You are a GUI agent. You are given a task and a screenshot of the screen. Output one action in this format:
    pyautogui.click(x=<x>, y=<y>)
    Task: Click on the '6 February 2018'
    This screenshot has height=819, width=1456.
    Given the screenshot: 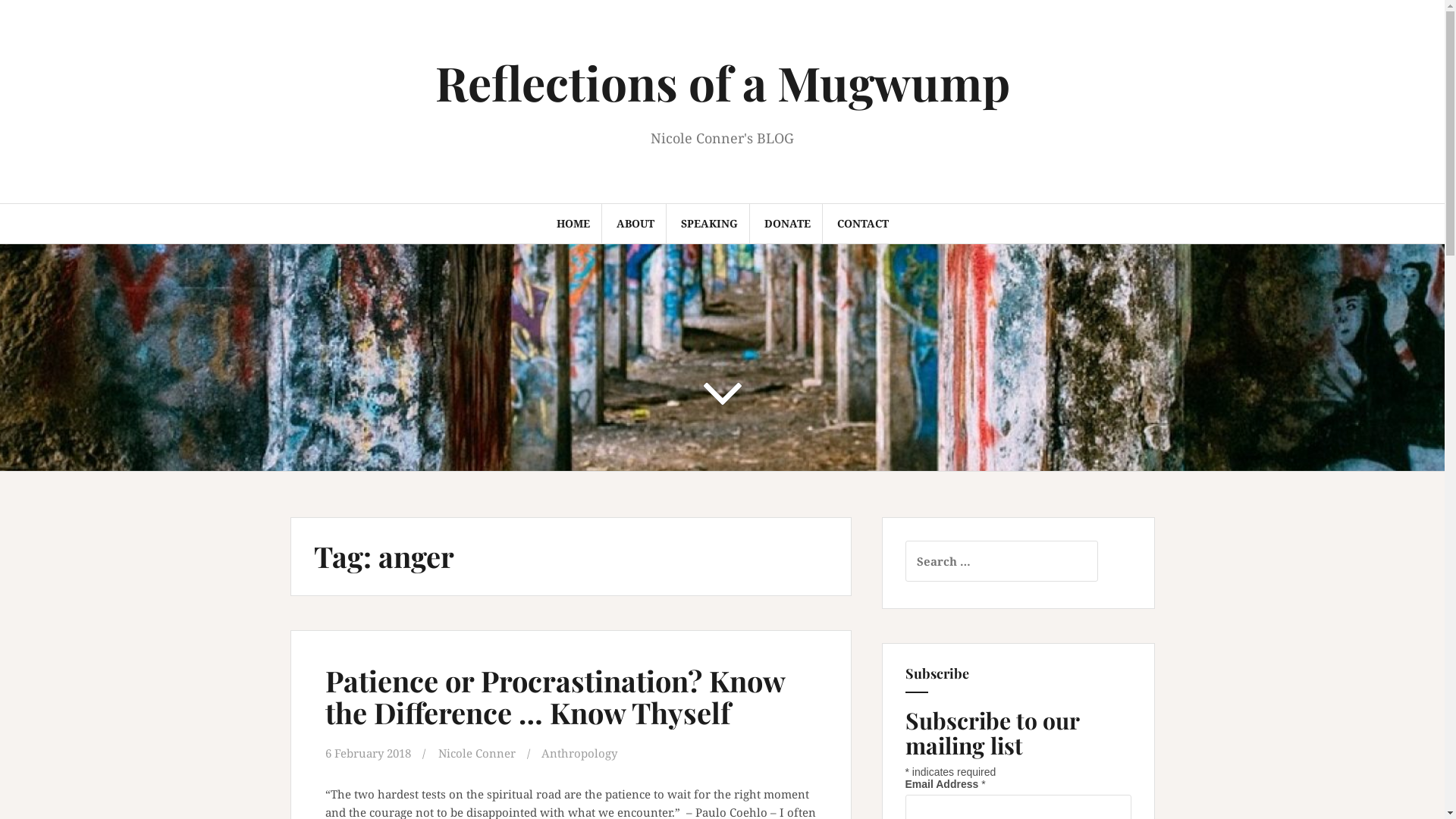 What is the action you would take?
    pyautogui.click(x=367, y=752)
    